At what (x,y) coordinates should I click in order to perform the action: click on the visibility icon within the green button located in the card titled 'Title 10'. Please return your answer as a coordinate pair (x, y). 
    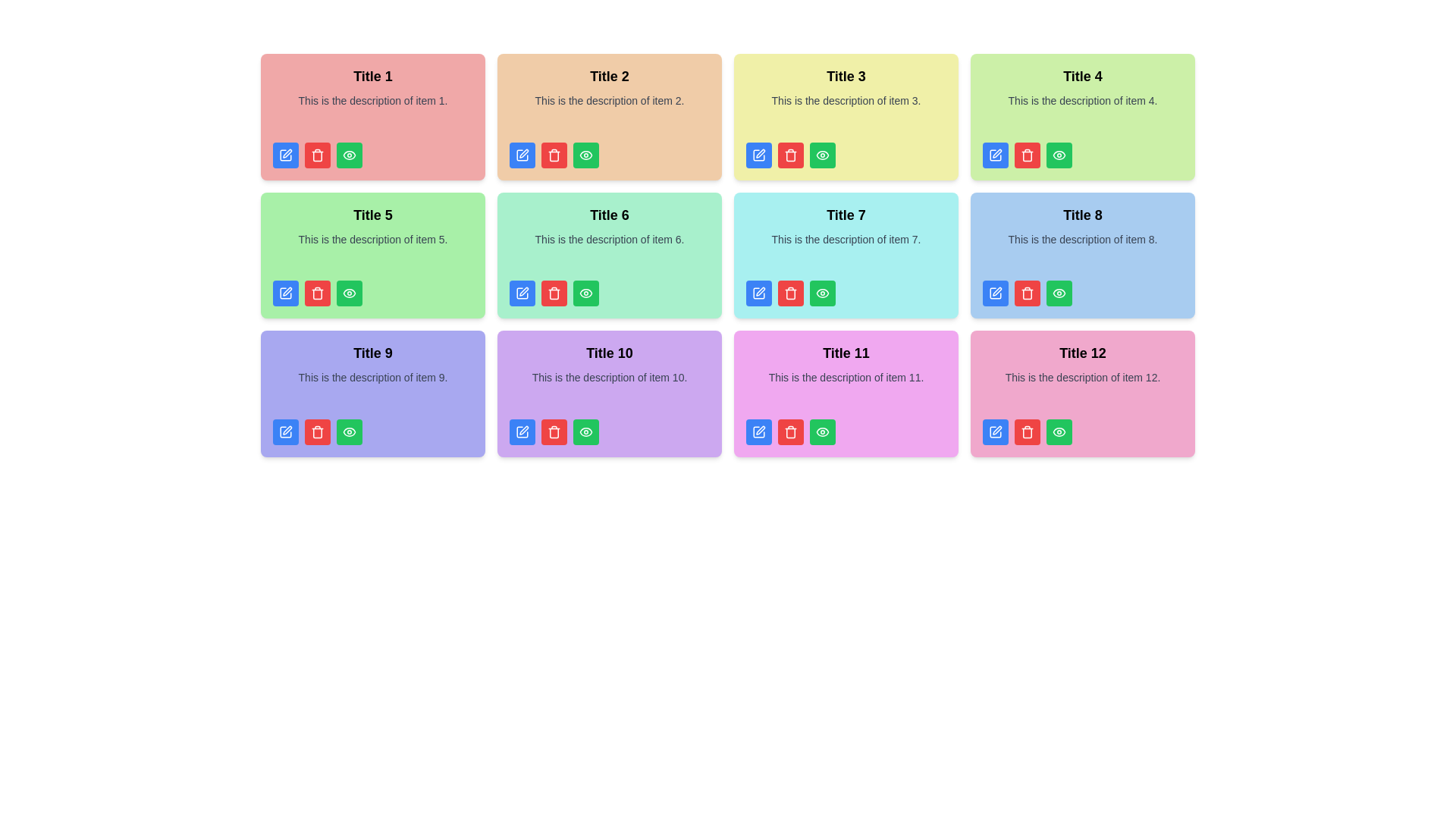
    Looking at the image, I should click on (585, 431).